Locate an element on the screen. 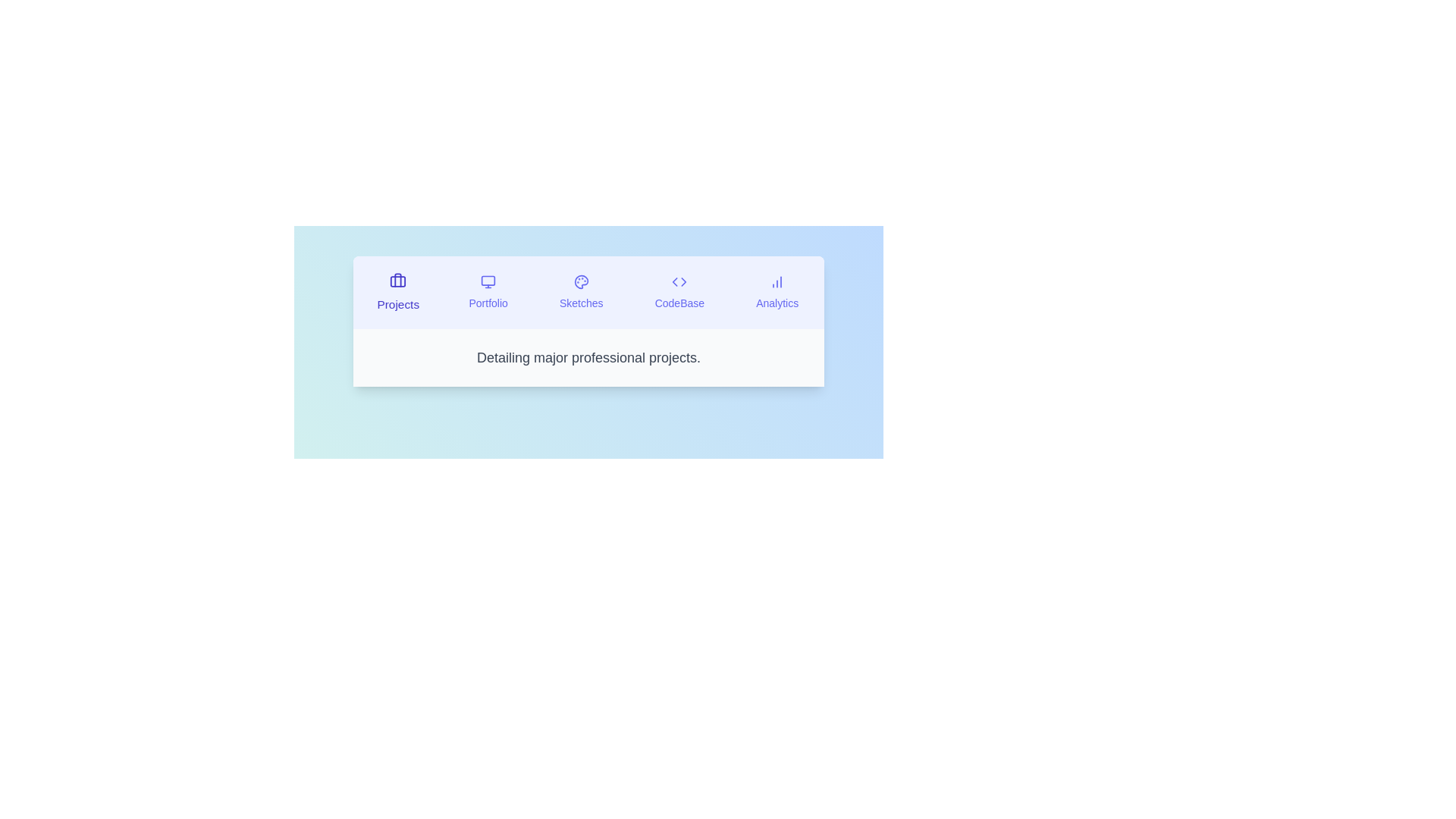  the tab labeled Projects to observe visual changes is located at coordinates (398, 292).